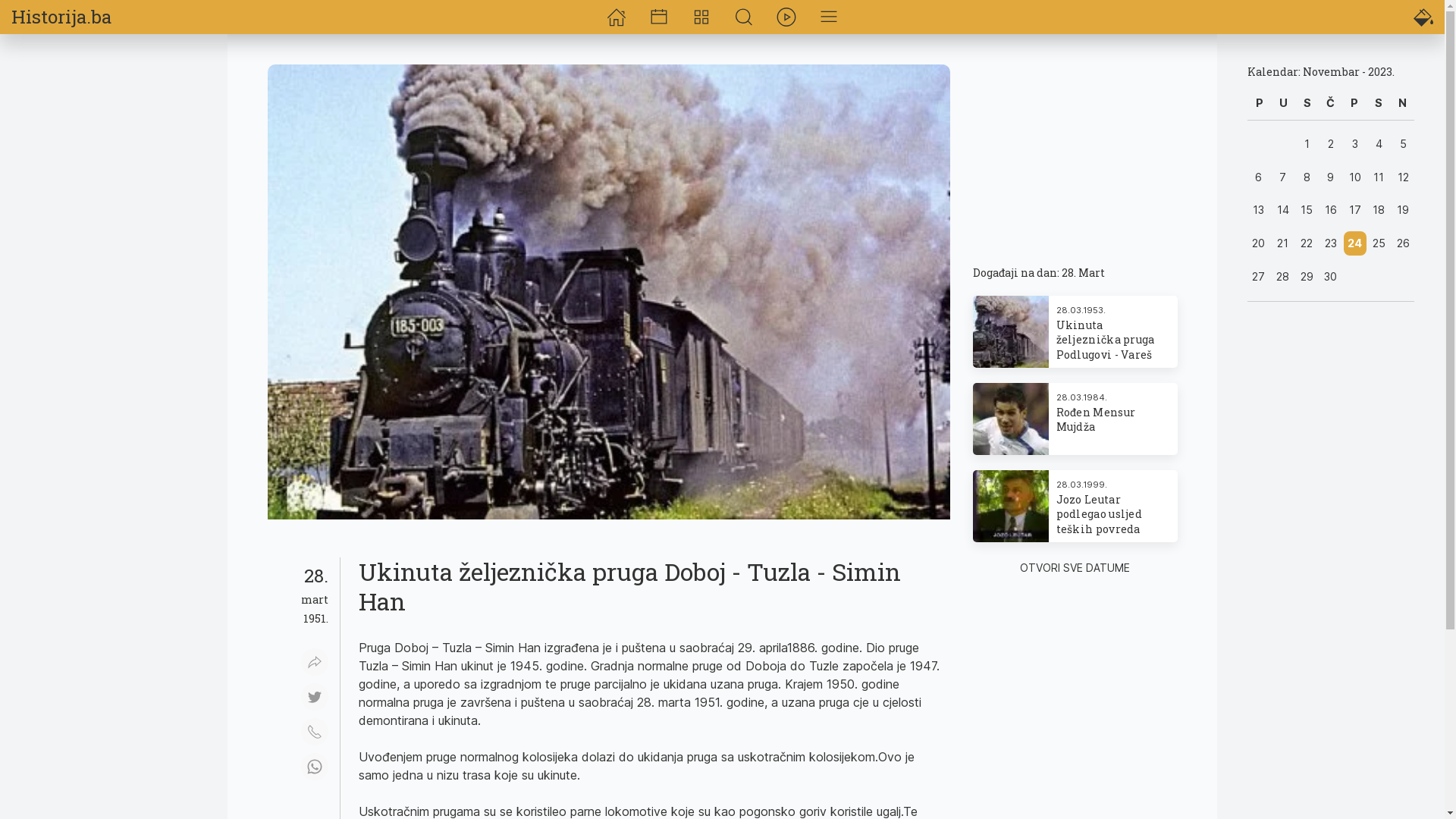  Describe the element at coordinates (1282, 277) in the screenshot. I see `'28'` at that location.